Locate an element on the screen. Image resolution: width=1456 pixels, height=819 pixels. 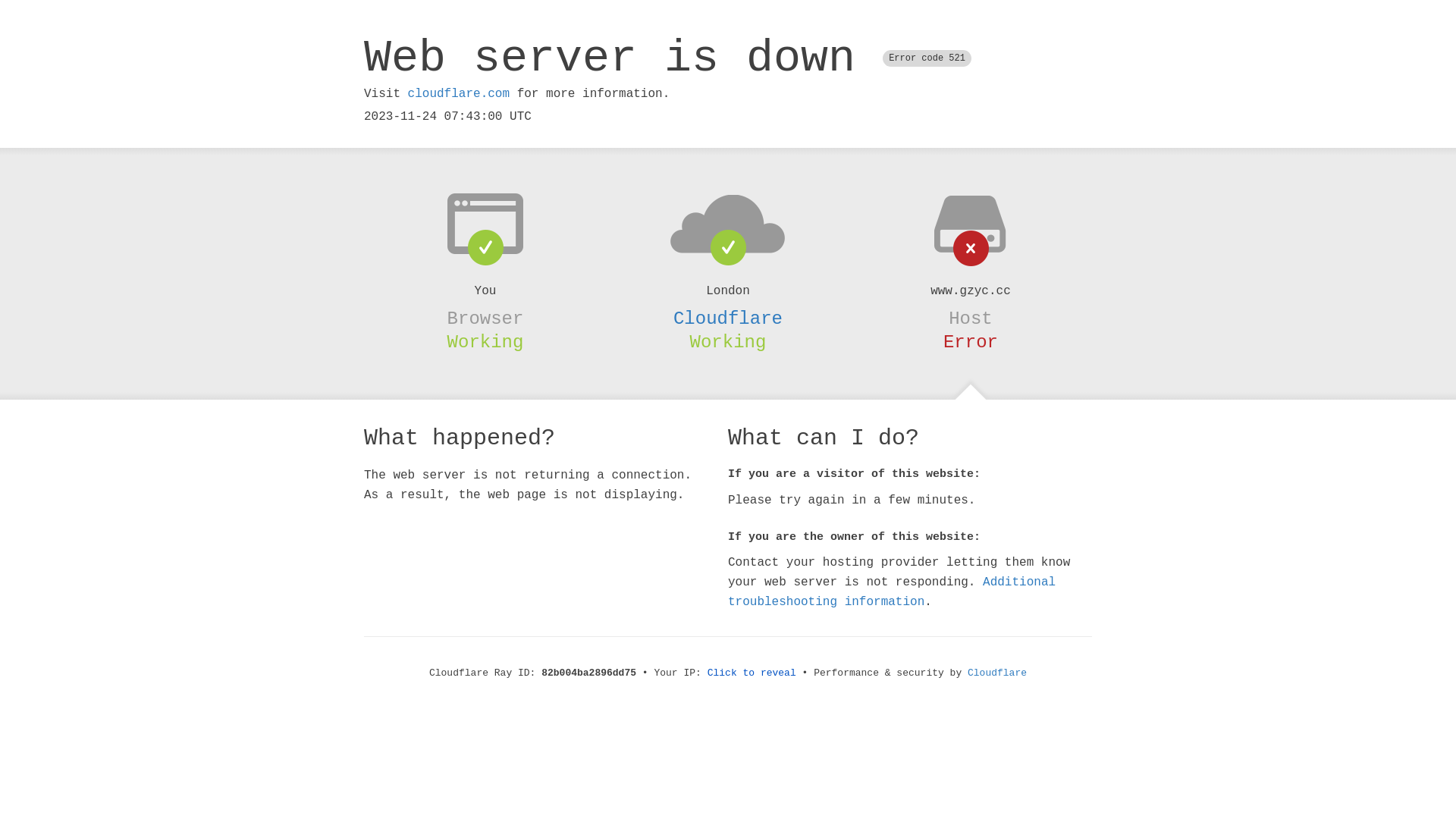
'Cloudflare' is located at coordinates (728, 318).